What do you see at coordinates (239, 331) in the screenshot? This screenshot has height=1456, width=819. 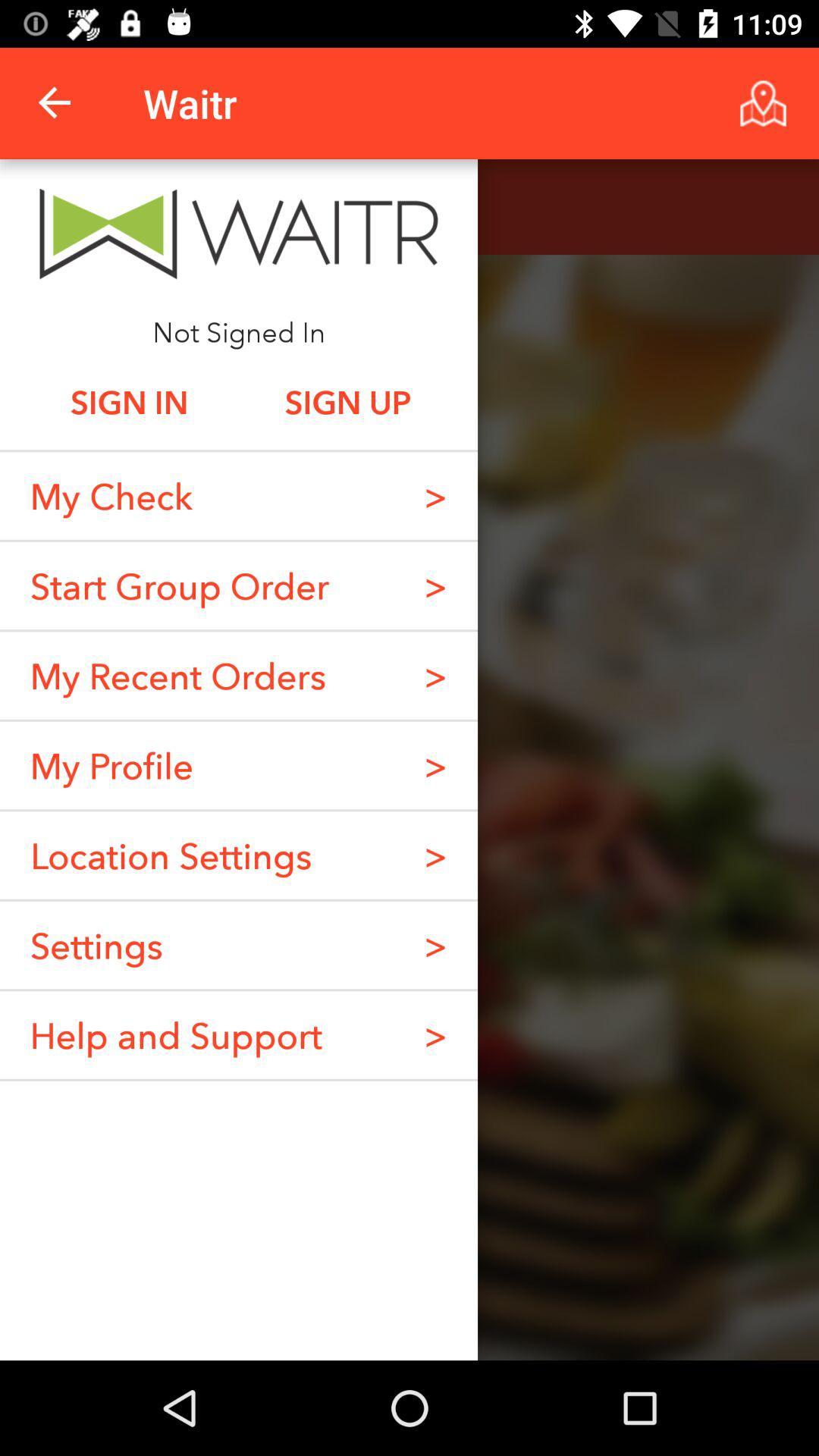 I see `not signed in` at bounding box center [239, 331].